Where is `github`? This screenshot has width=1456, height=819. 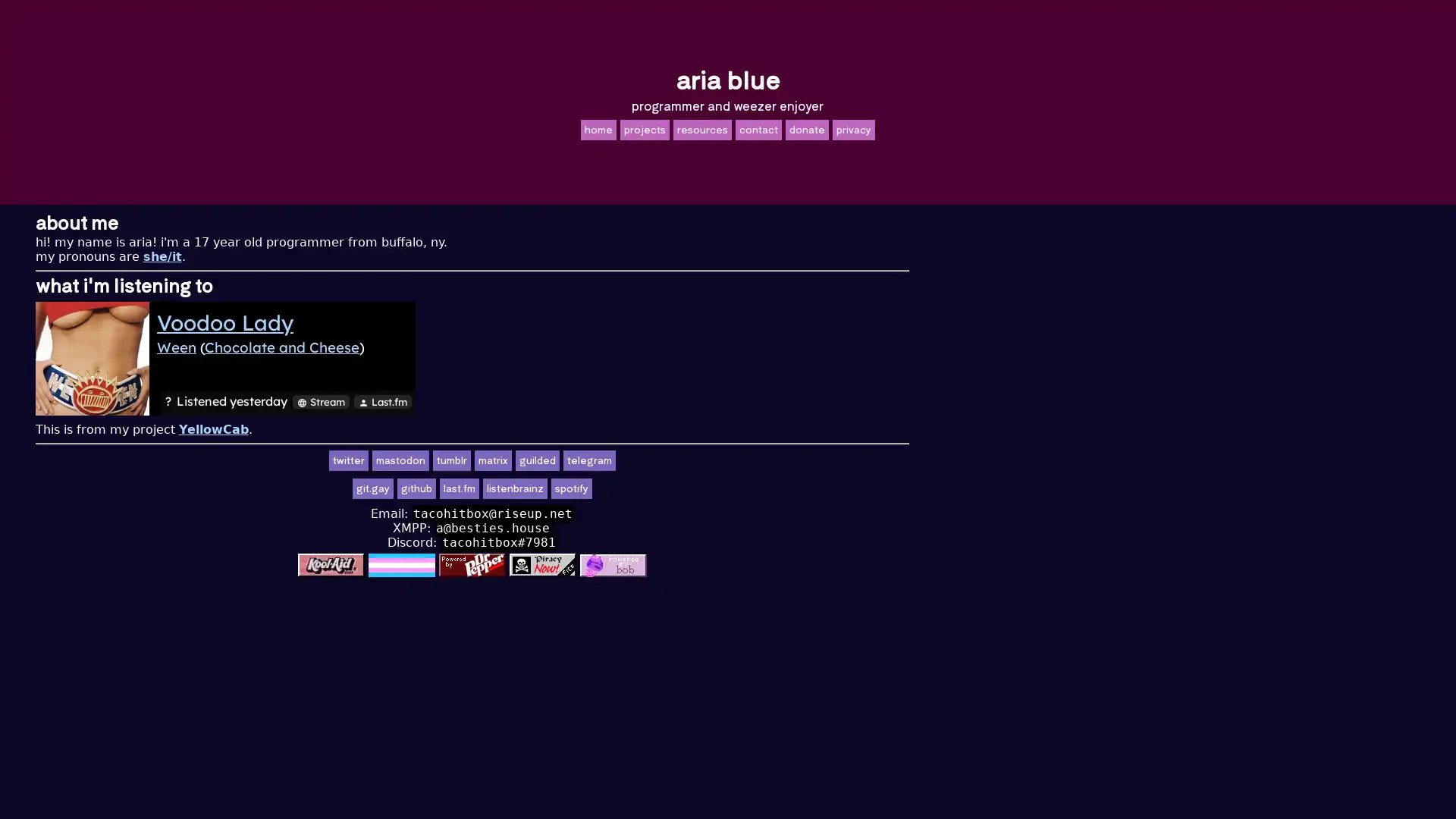
github is located at coordinates (671, 488).